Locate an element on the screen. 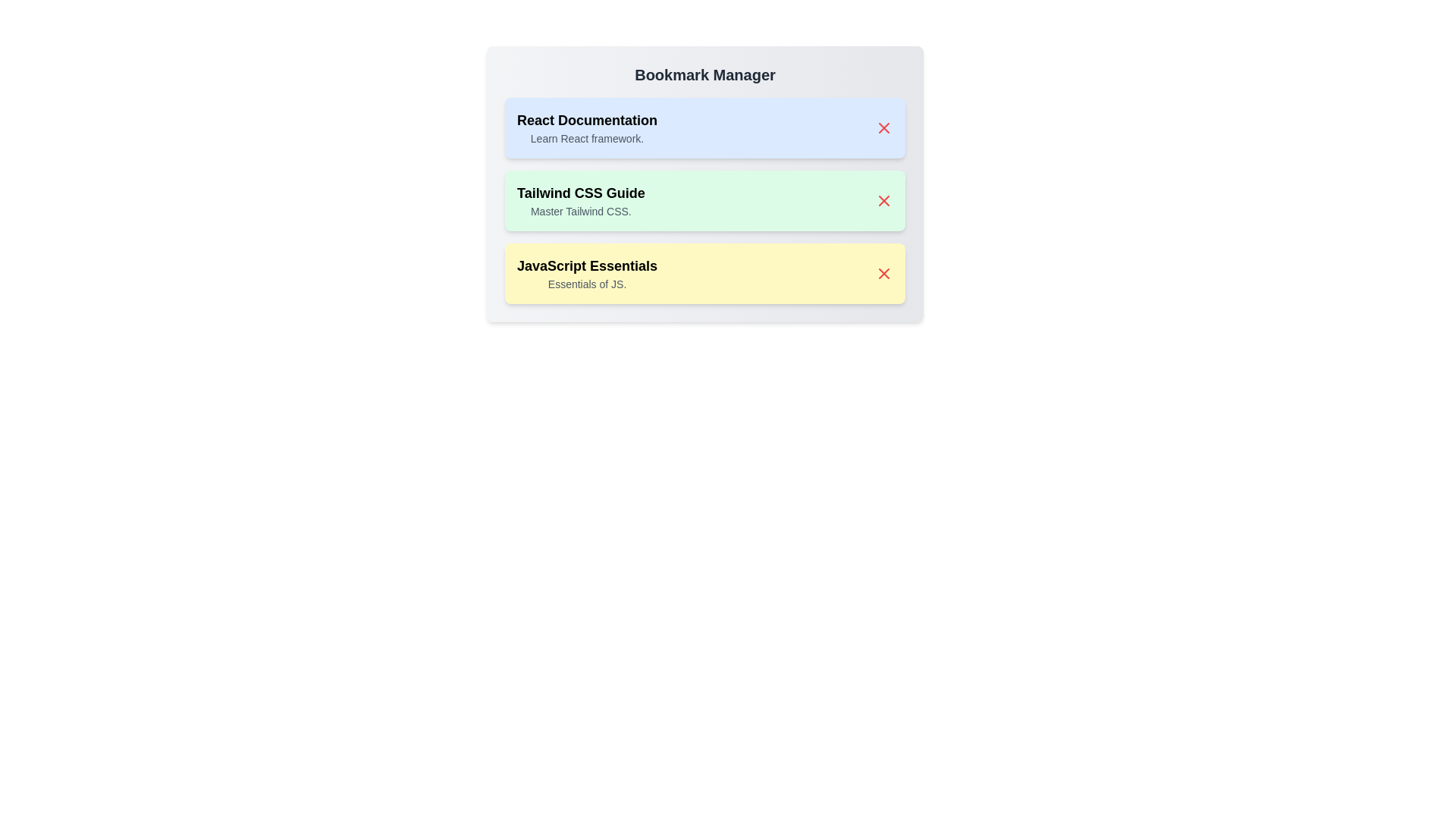  the header text 'Bookmark Manager' is located at coordinates (704, 75).